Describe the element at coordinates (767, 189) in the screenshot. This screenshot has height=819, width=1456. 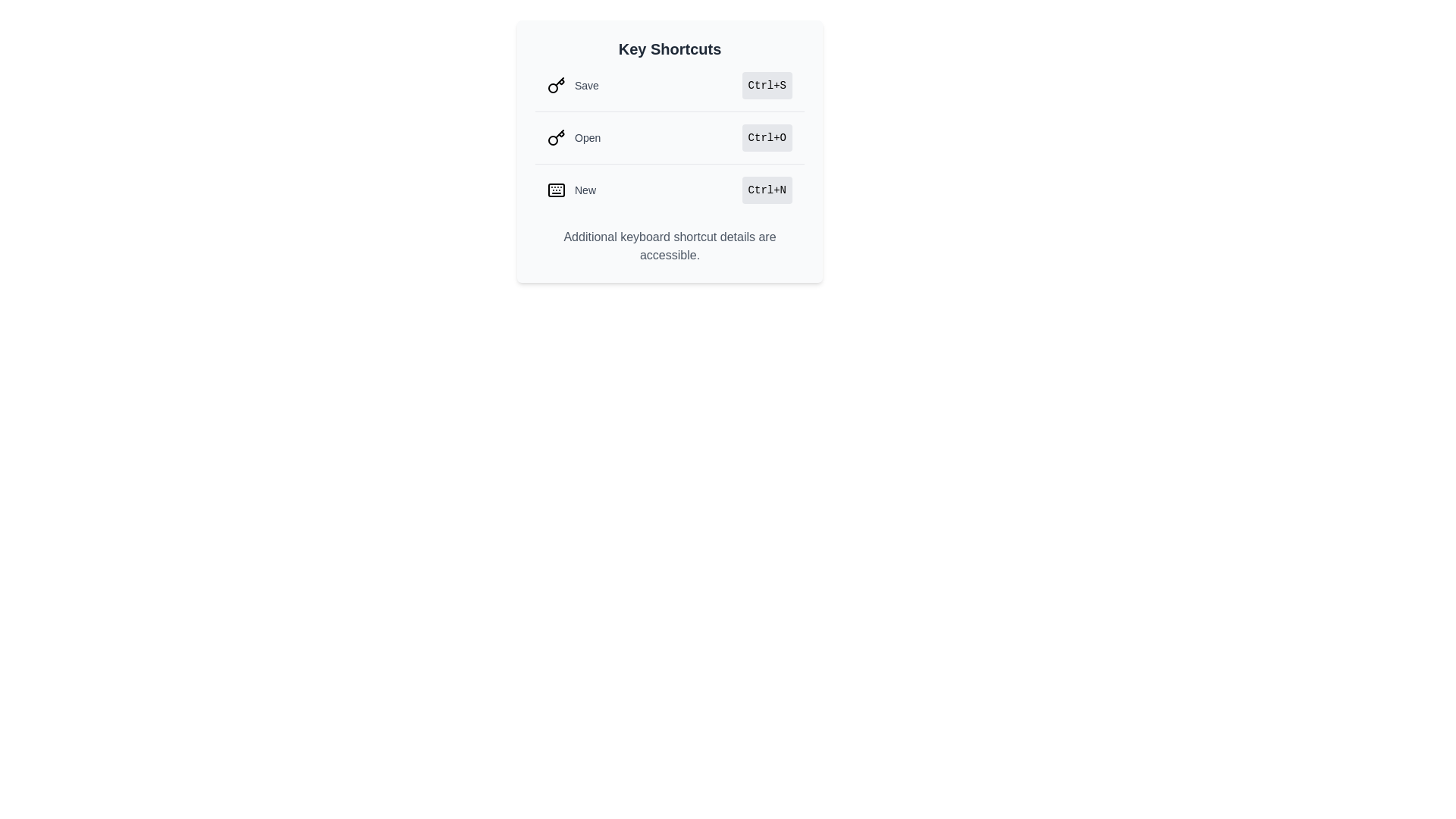
I see `the rightmost label indicating the keyboard shortcut 'Ctrl+N' for creating a new document or file, located in the bottom row of a vertically aligned list of shortcut indicators` at that location.